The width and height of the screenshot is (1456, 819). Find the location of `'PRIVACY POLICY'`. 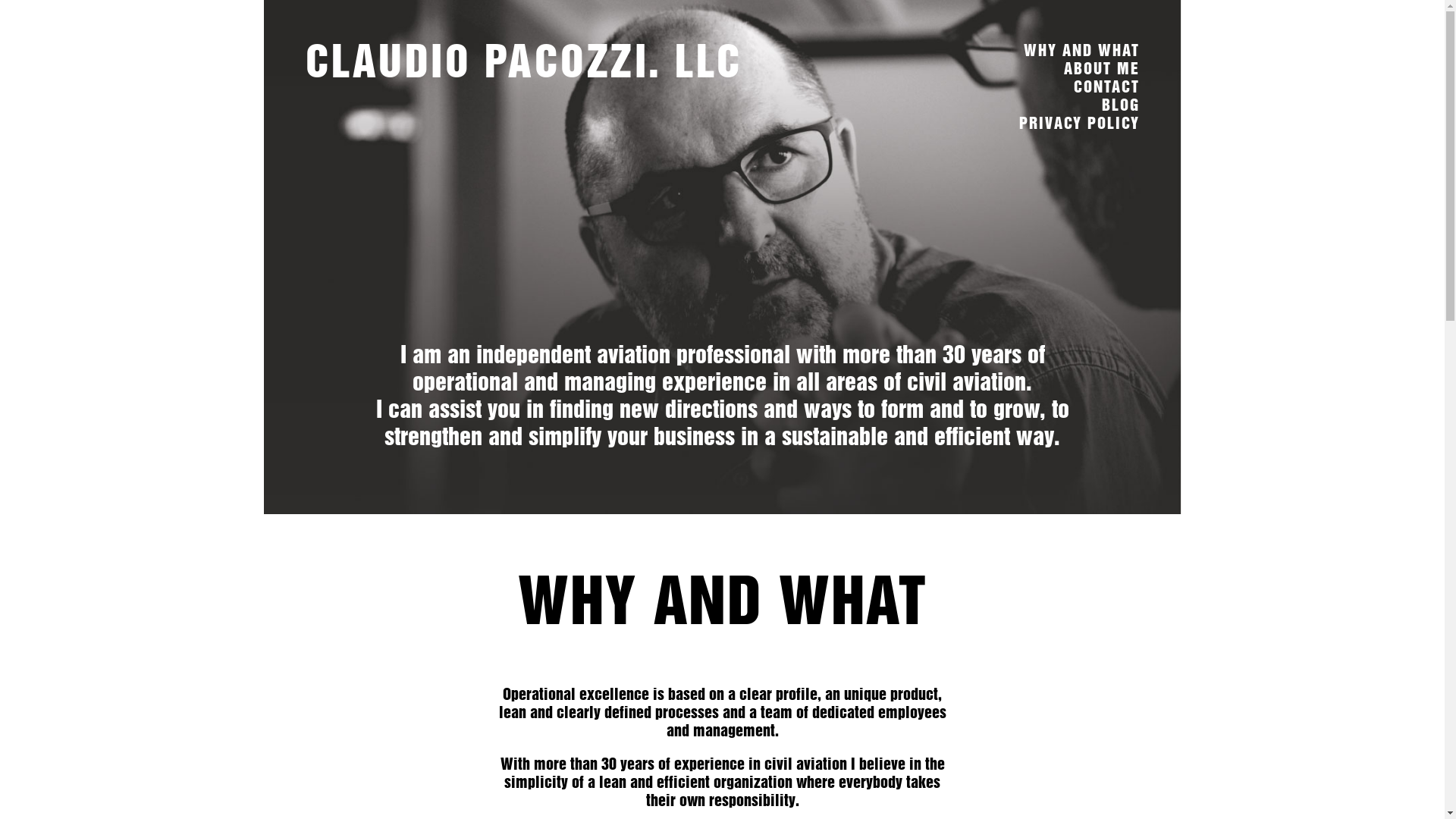

'PRIVACY POLICY' is located at coordinates (1078, 122).